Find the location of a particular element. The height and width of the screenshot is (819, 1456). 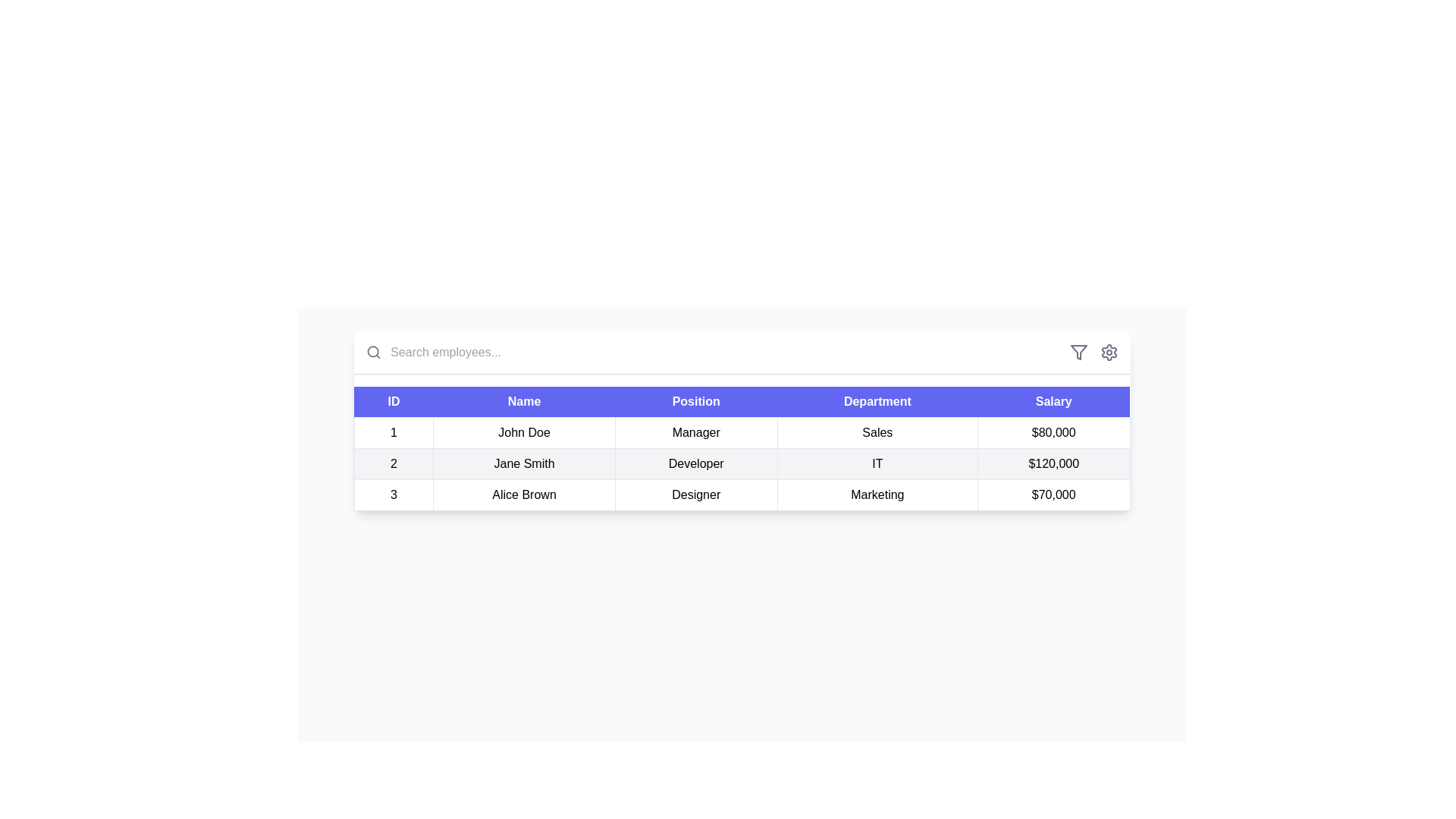

the 'ID' text label in the header row of the table, which is the first item displaying in white font on a blue background is located at coordinates (394, 401).